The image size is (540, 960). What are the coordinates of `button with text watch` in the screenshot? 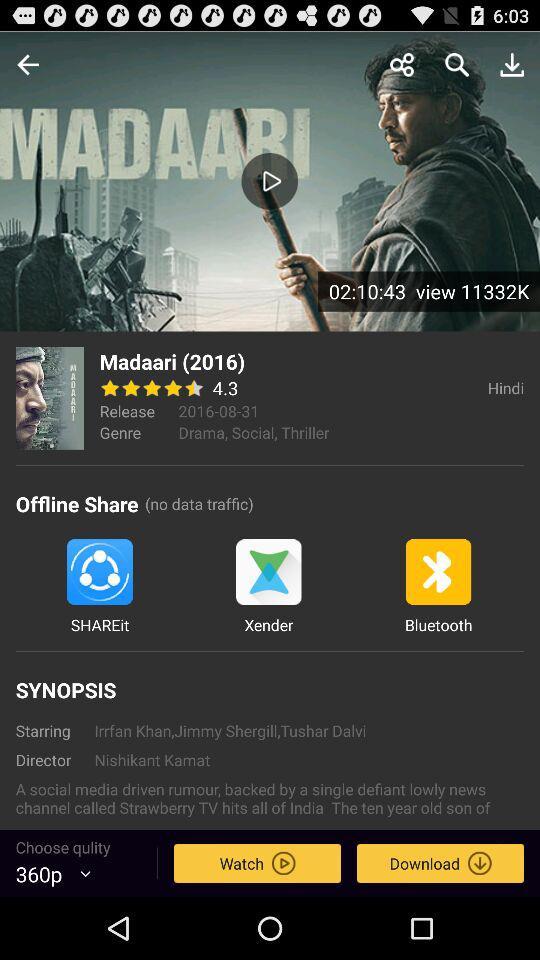 It's located at (257, 862).